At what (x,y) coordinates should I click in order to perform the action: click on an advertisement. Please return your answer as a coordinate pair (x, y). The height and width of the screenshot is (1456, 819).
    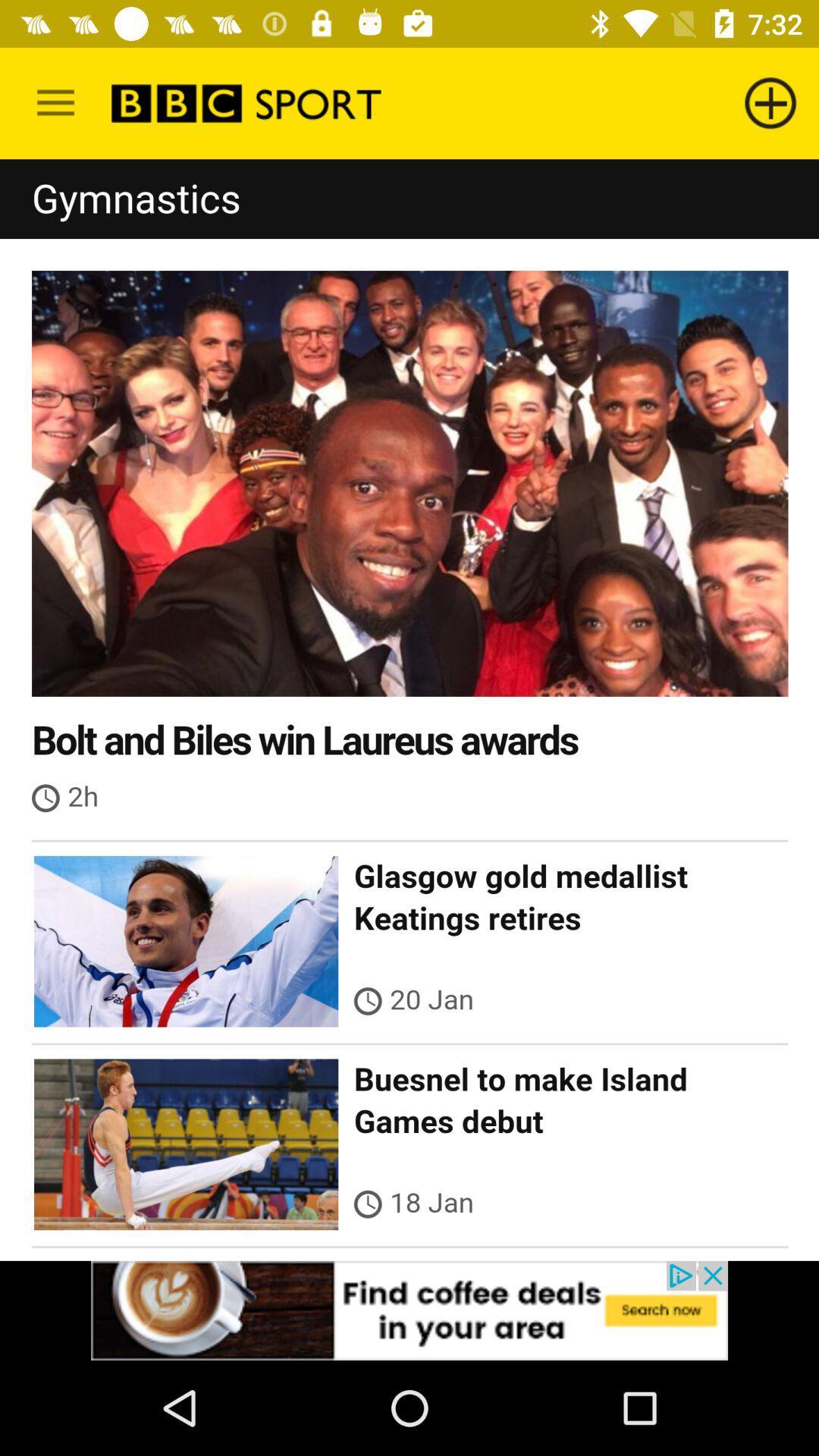
    Looking at the image, I should click on (409, 1310).